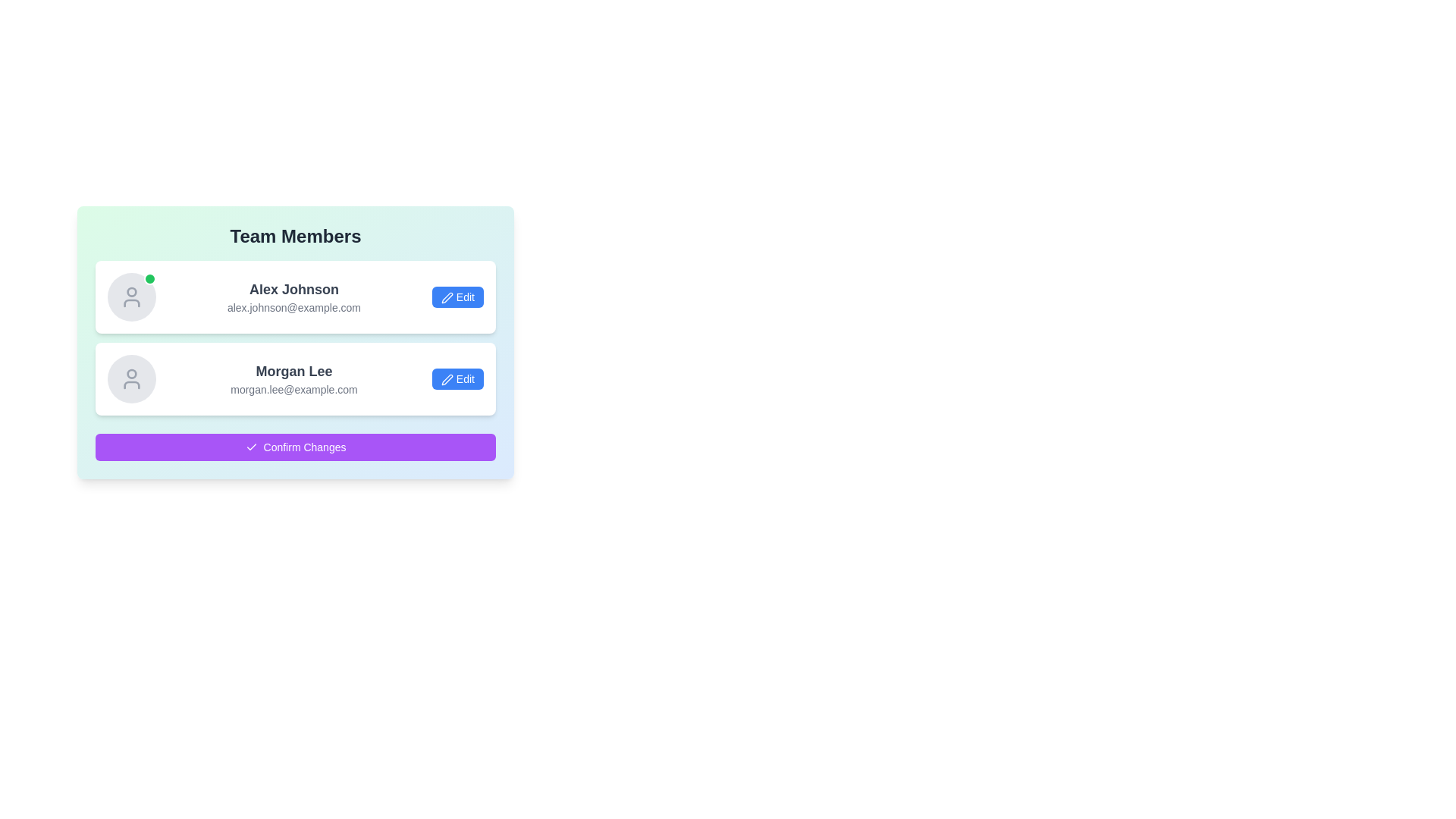 Image resolution: width=1456 pixels, height=819 pixels. What do you see at coordinates (457, 297) in the screenshot?
I see `the 'Edit' button located to the right of 'Alex Johnson' and 'alex.johnson@example.com'` at bounding box center [457, 297].